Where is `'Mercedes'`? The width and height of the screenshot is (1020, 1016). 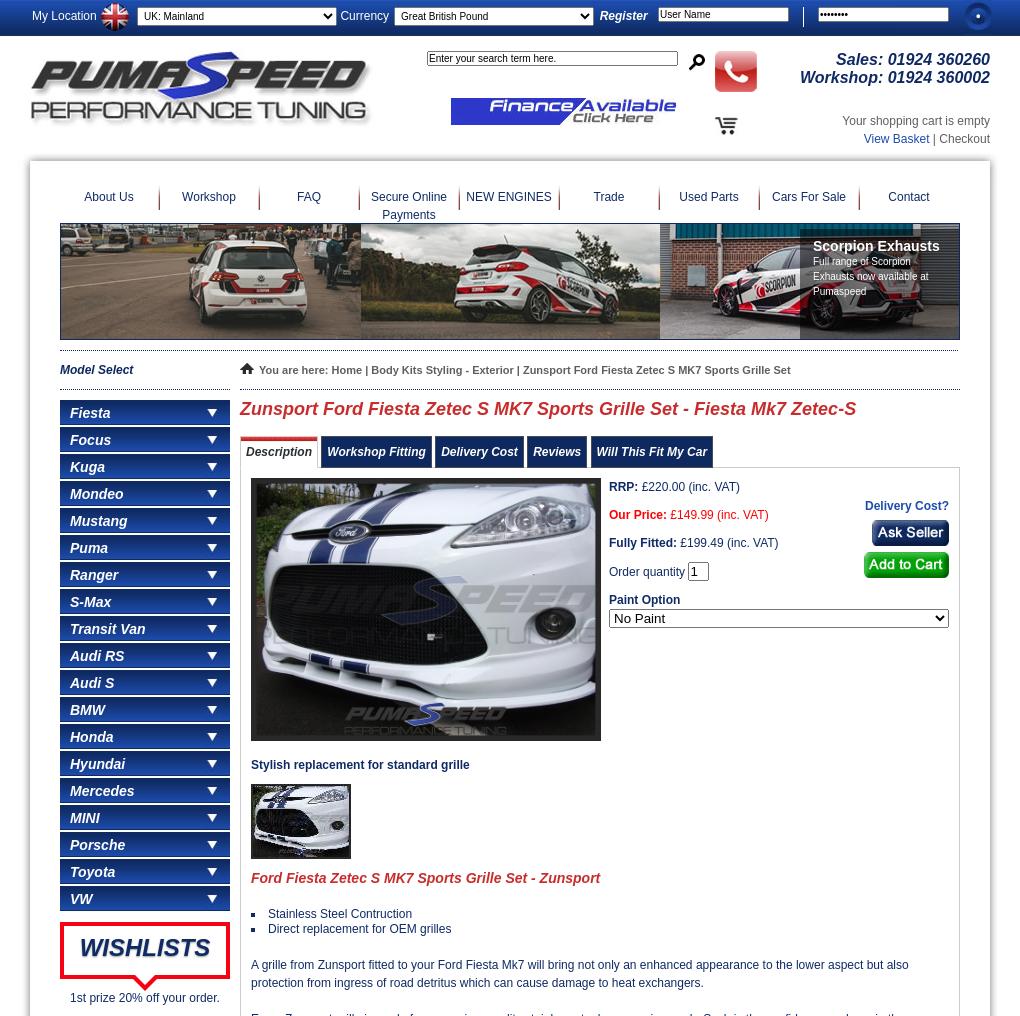
'Mercedes' is located at coordinates (101, 789).